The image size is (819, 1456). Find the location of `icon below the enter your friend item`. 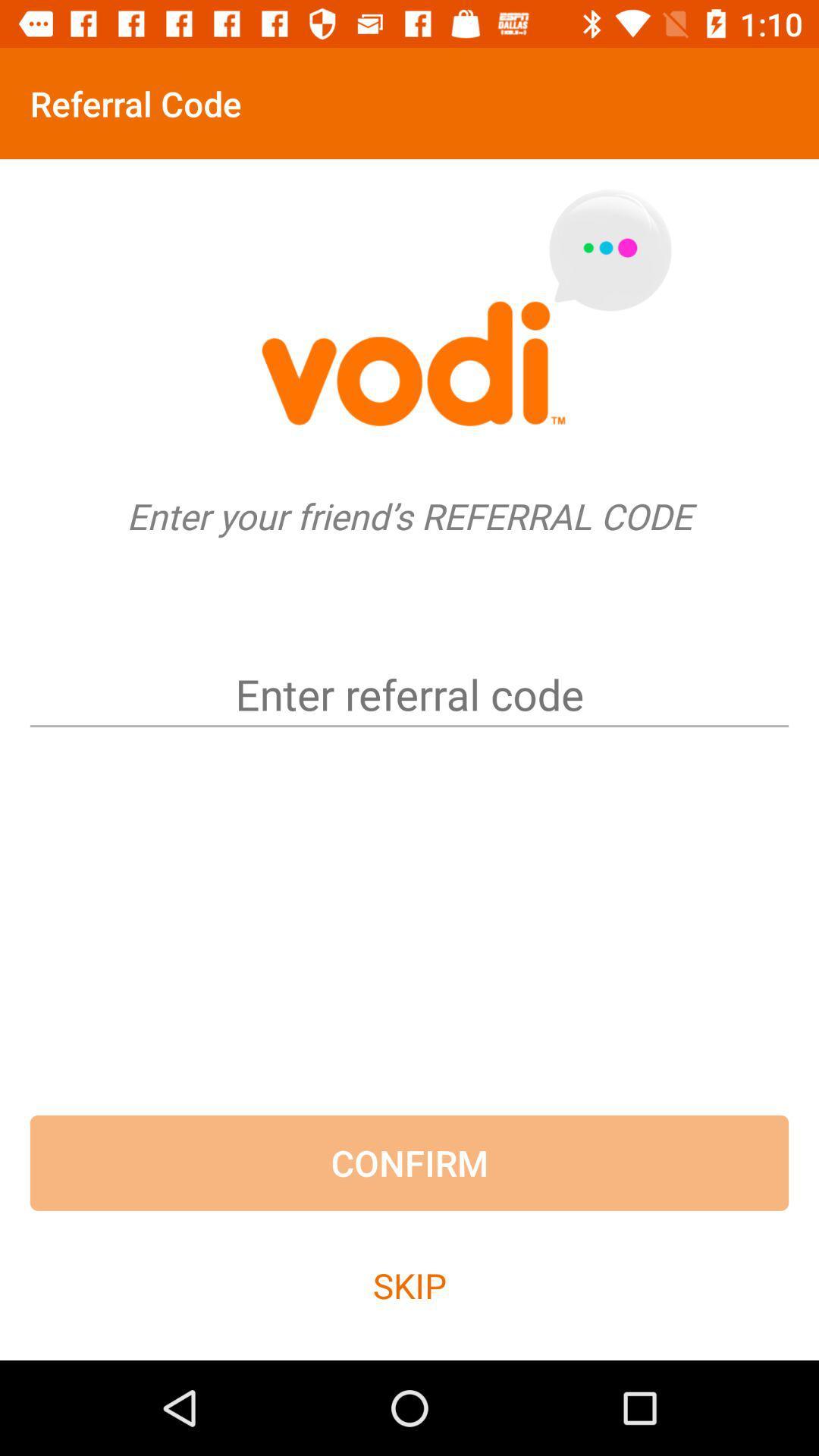

icon below the enter your friend item is located at coordinates (409, 668).